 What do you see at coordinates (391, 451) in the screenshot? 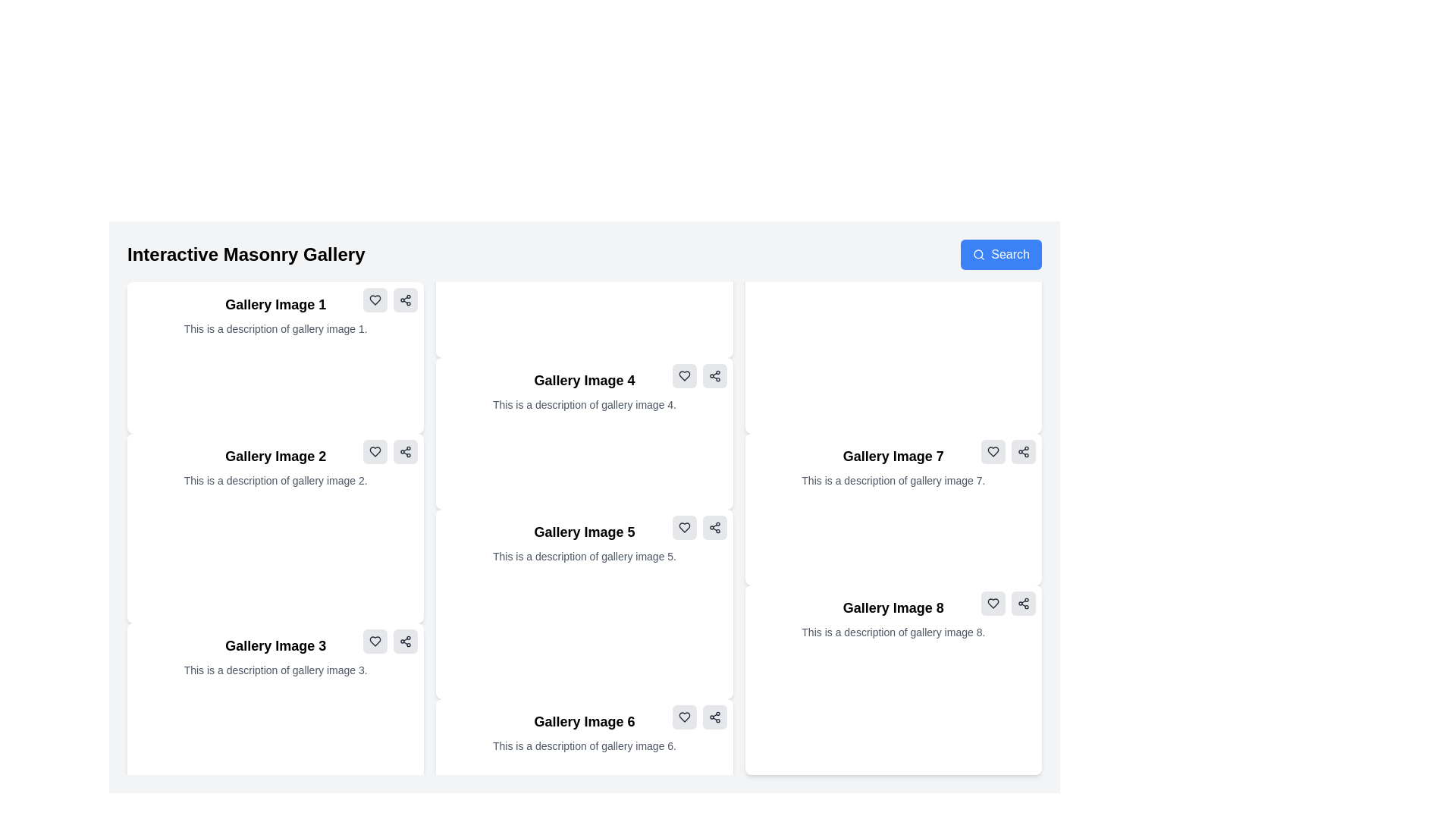
I see `the share icon located in the button group at the top-right of the 'Gallery Image 2' box` at bounding box center [391, 451].